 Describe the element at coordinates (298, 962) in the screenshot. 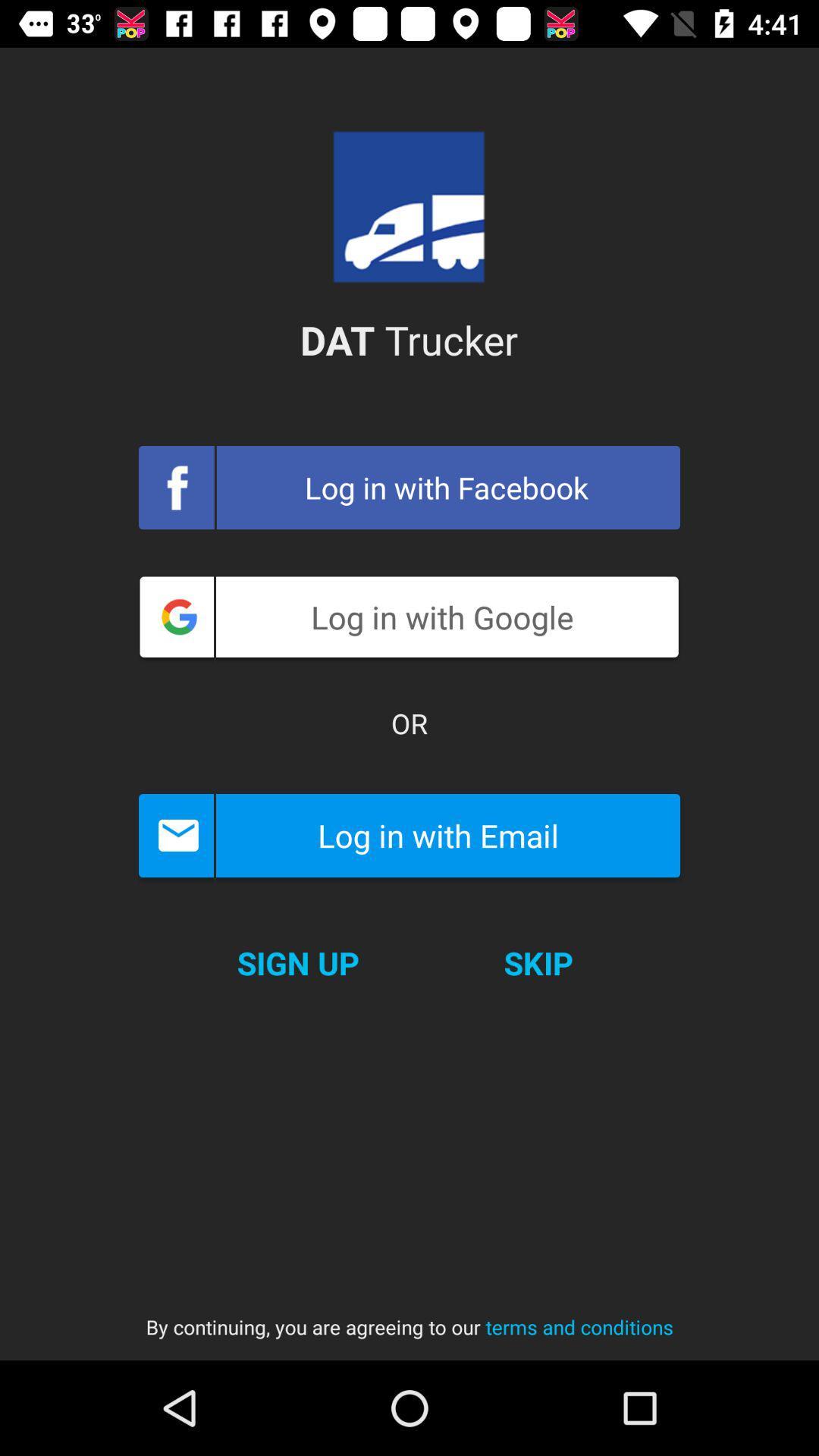

I see `sign up icon` at that location.